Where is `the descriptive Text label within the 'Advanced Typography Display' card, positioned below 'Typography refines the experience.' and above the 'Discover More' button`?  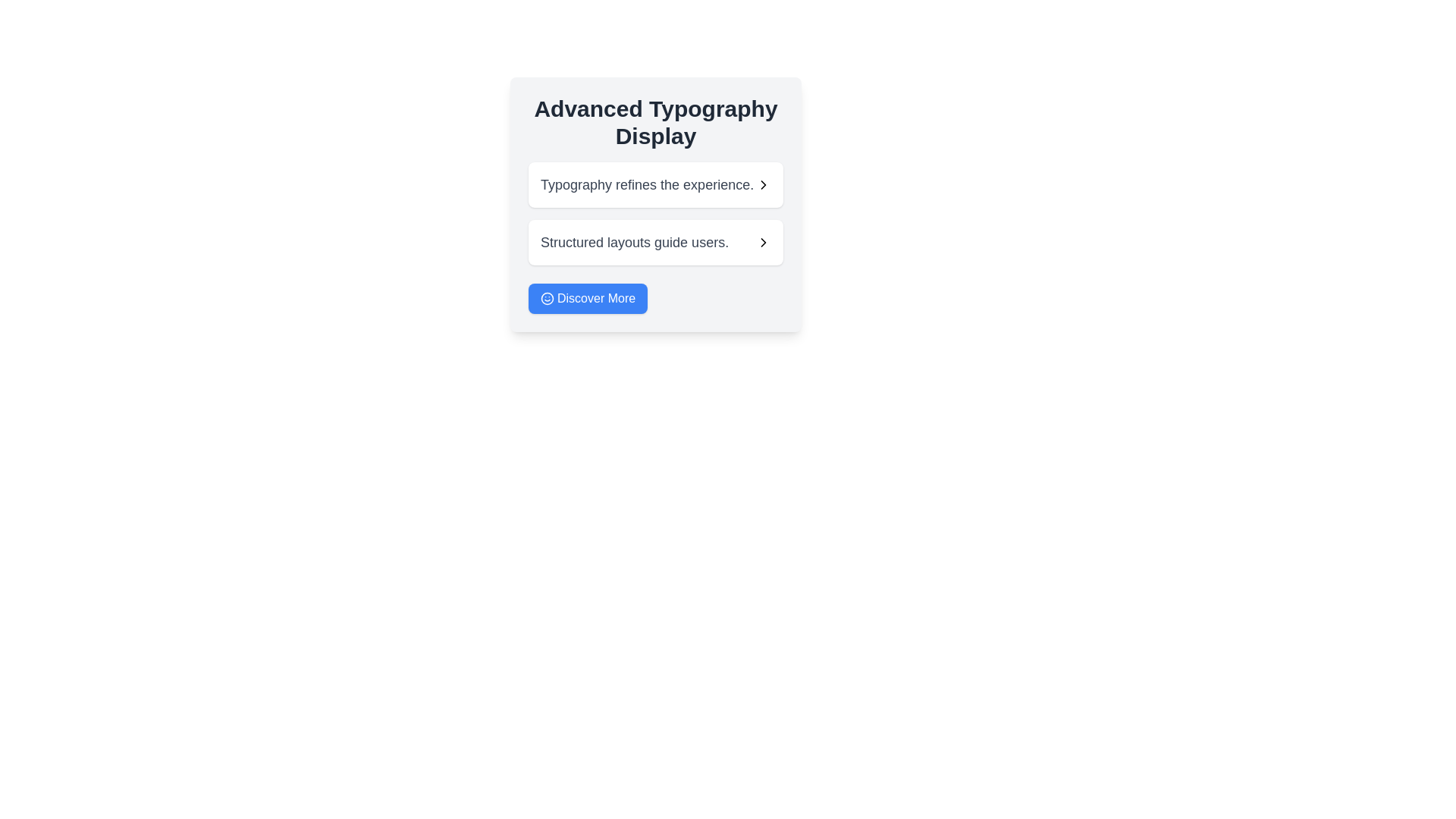
the descriptive Text label within the 'Advanced Typography Display' card, positioned below 'Typography refines the experience.' and above the 'Discover More' button is located at coordinates (635, 242).